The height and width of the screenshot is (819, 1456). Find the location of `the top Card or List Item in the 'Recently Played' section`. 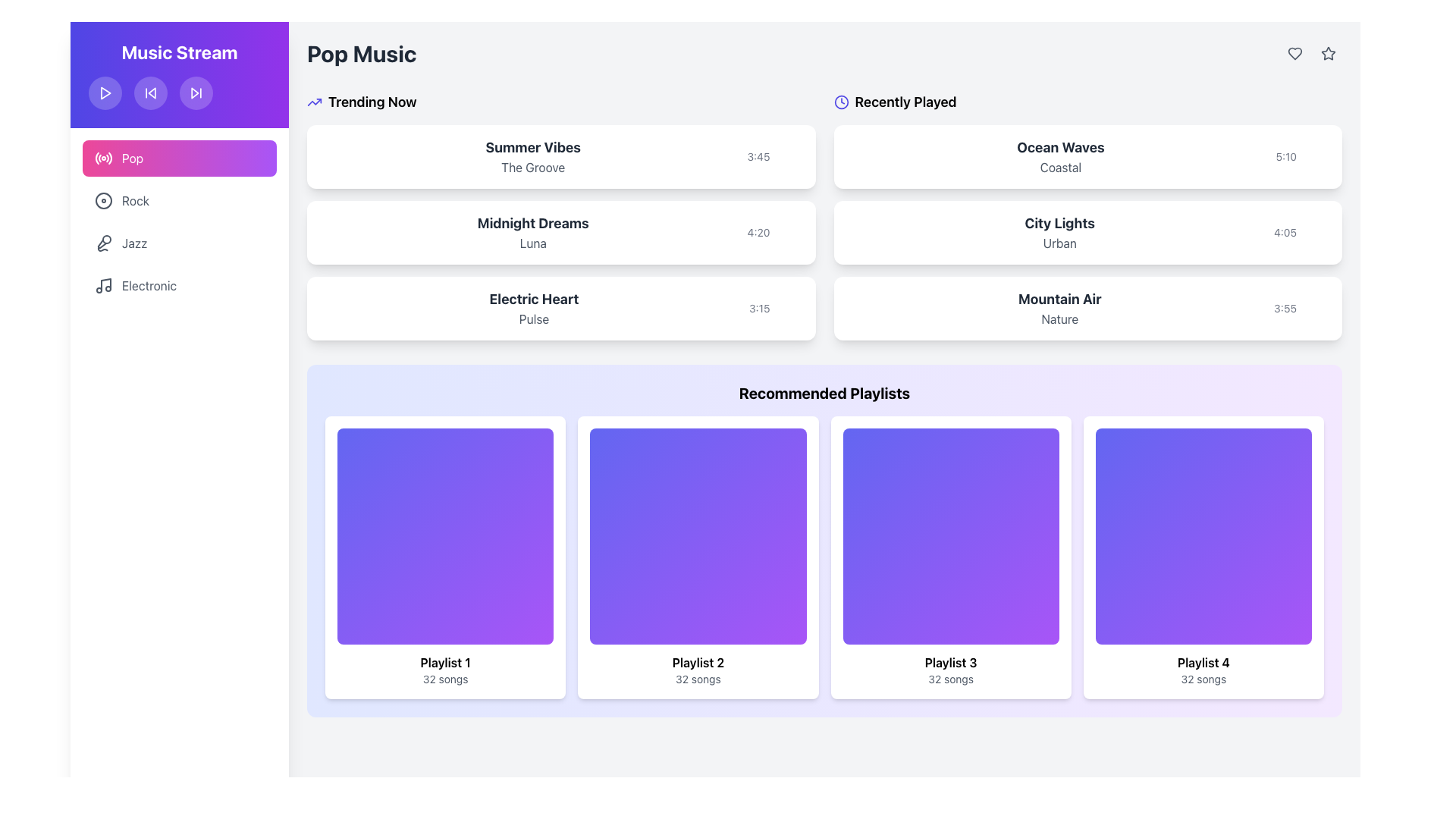

the top Card or List Item in the 'Recently Played' section is located at coordinates (1087, 157).